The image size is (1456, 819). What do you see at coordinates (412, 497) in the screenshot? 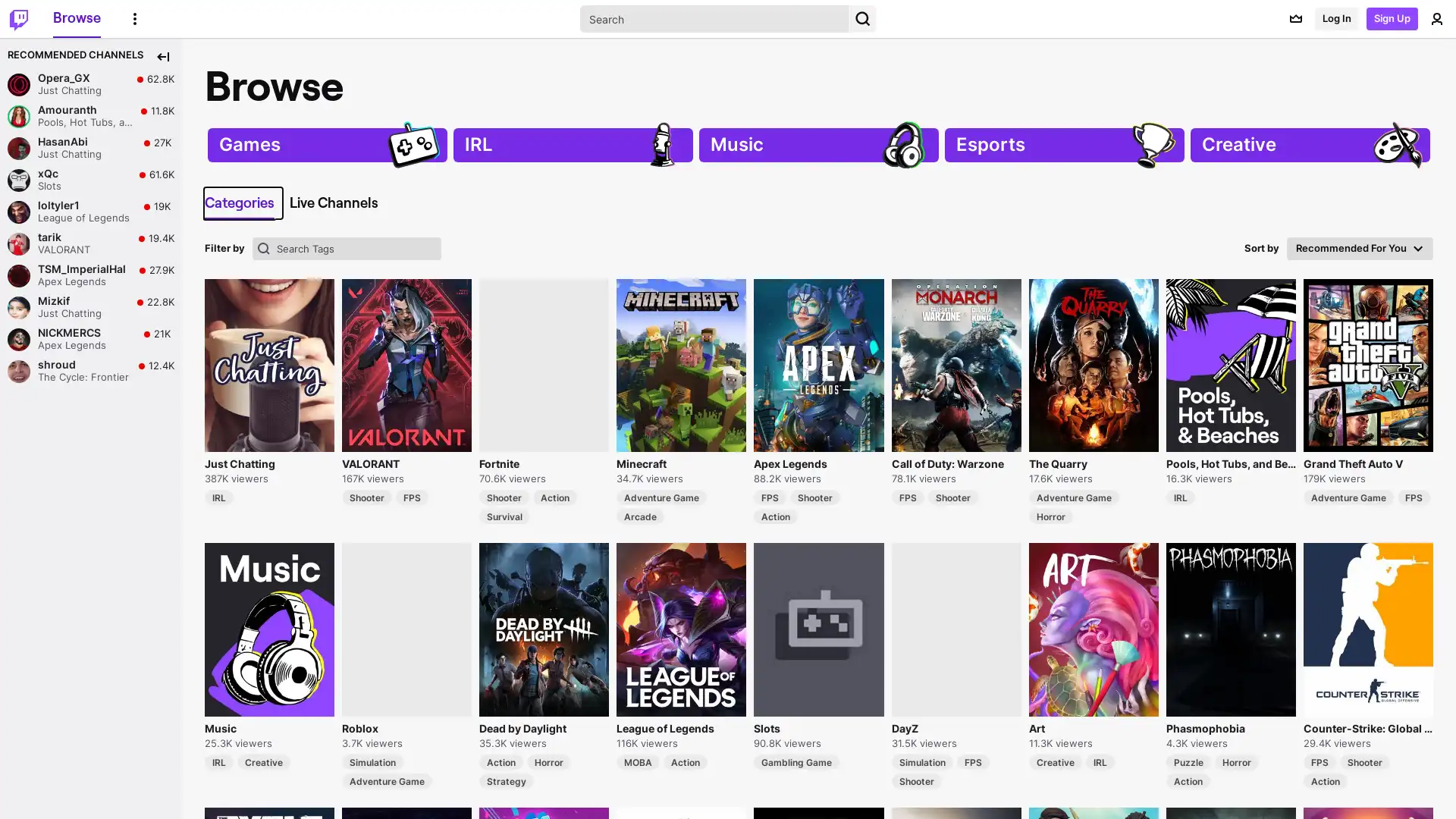
I see `FPS` at bounding box center [412, 497].